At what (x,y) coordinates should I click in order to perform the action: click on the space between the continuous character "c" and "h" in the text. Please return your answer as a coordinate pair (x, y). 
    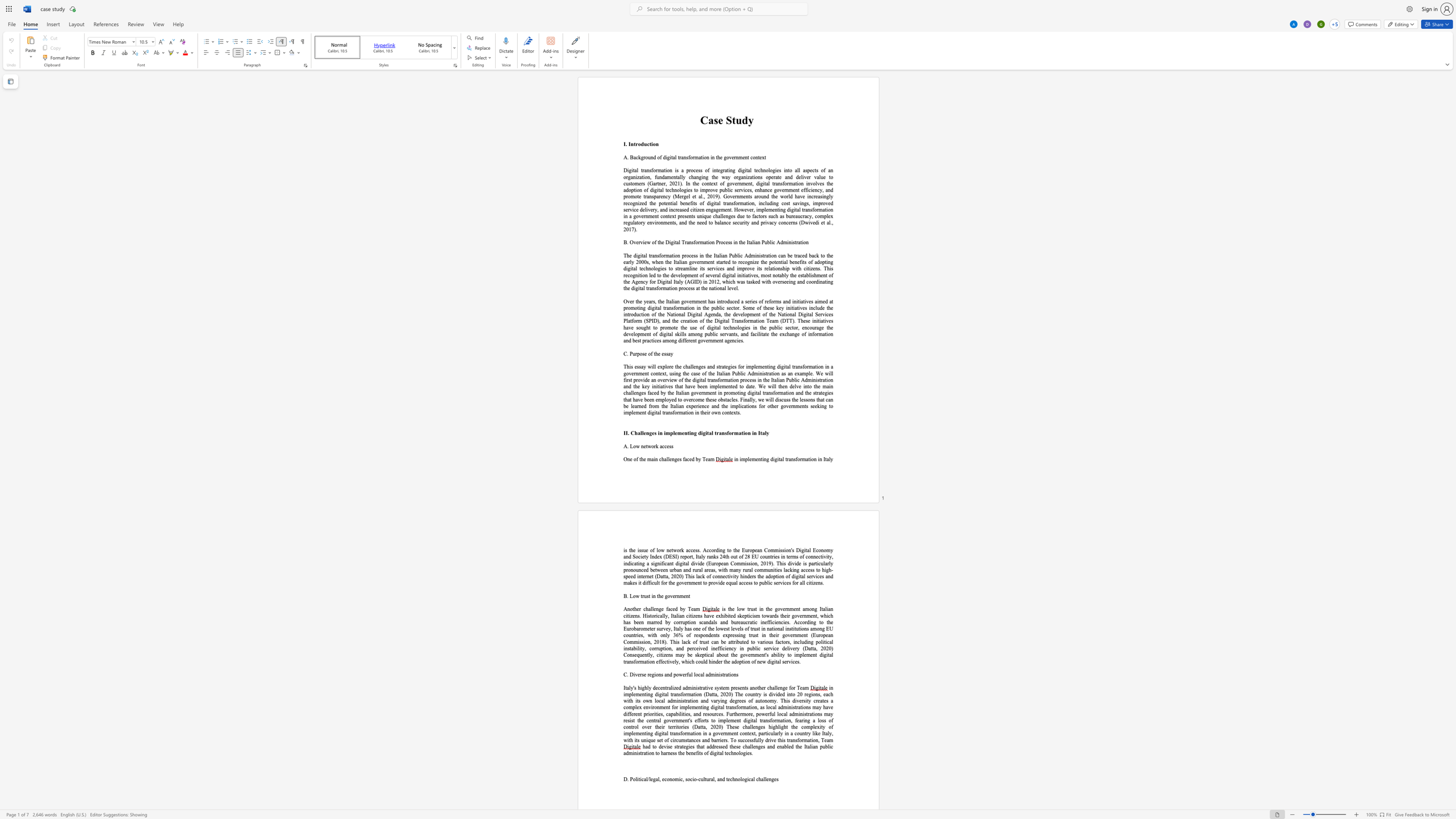
    Looking at the image, I should click on (661, 459).